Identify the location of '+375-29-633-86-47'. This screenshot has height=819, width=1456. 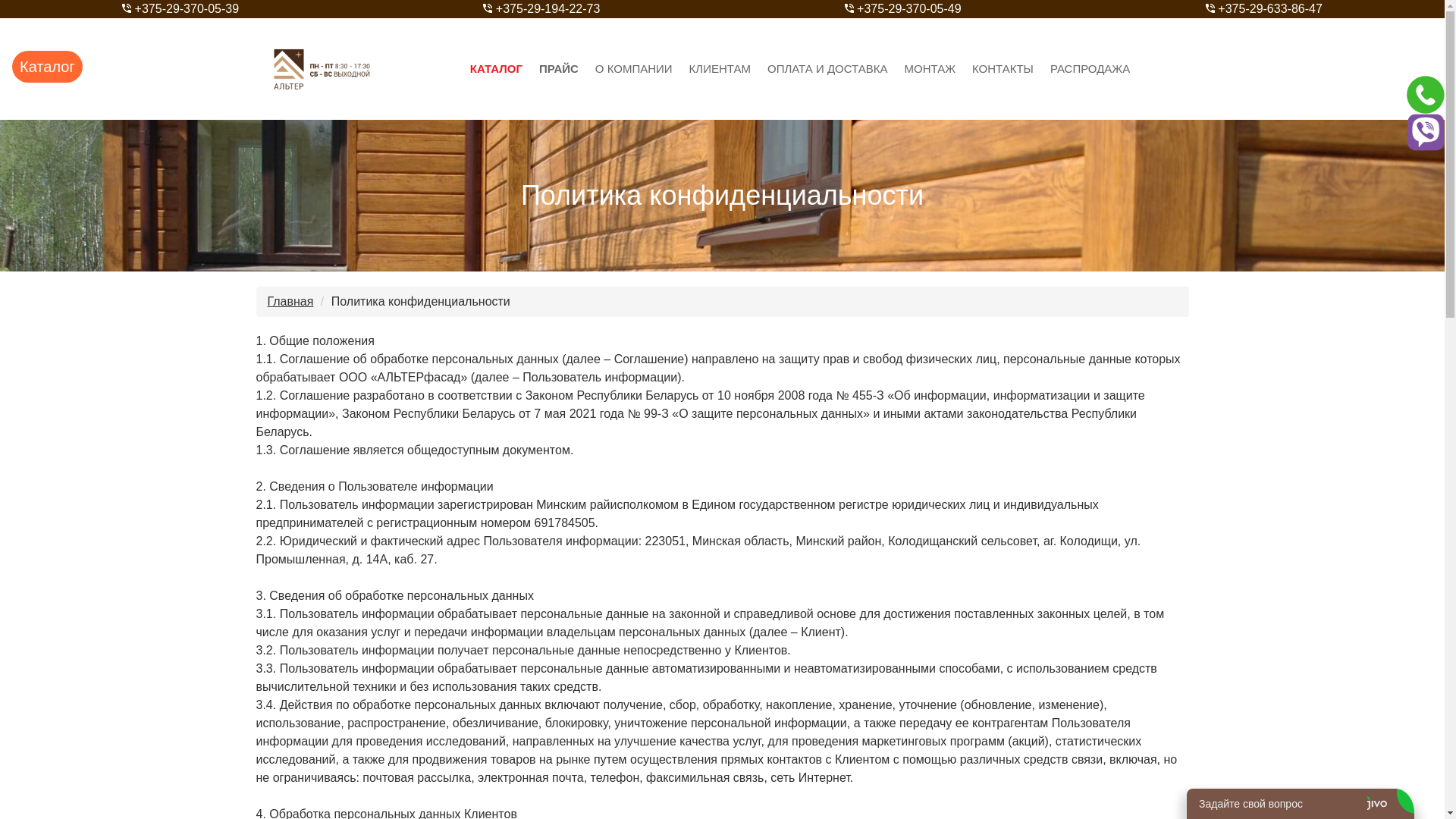
(1263, 8).